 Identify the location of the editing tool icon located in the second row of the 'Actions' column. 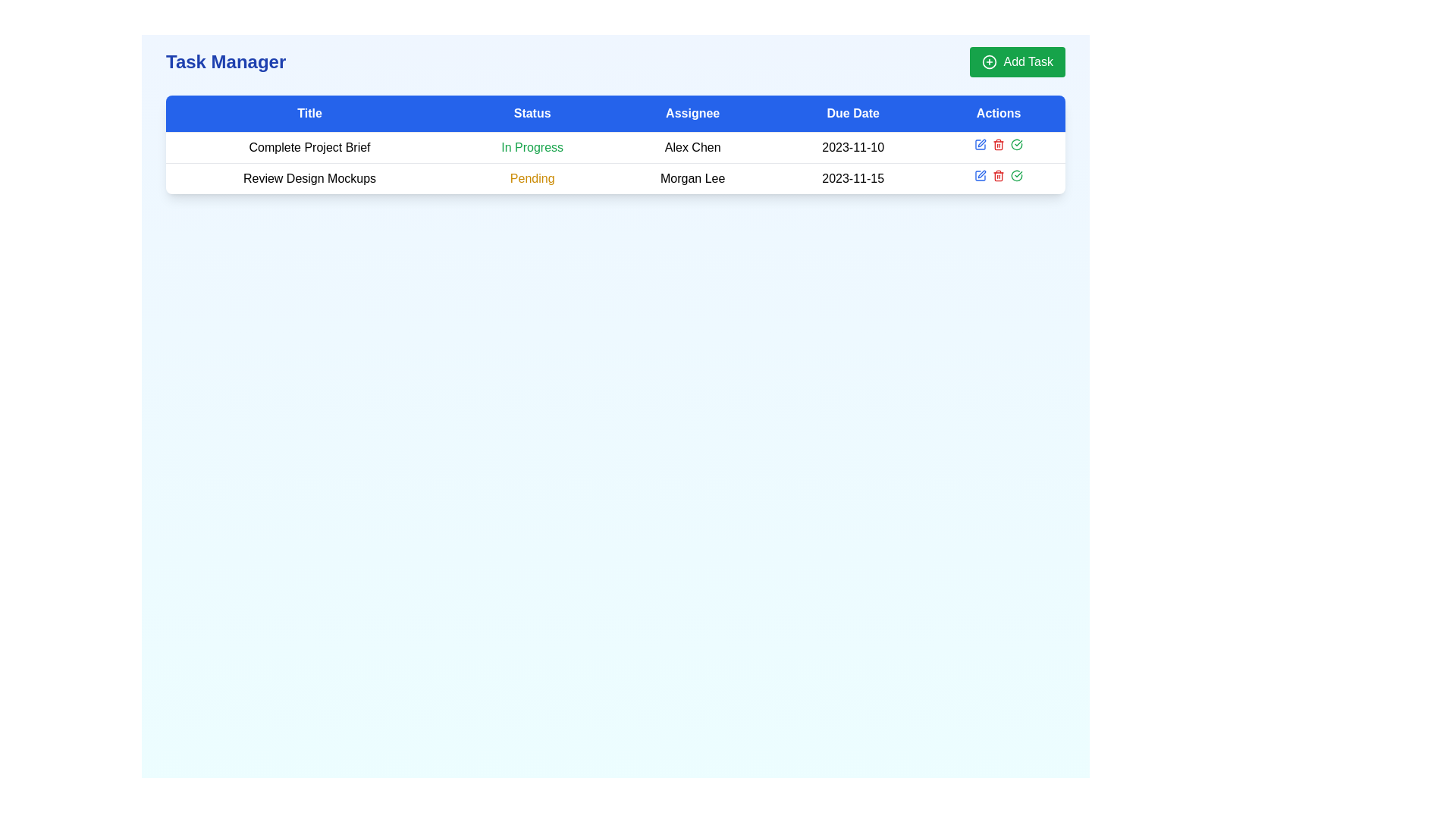
(982, 143).